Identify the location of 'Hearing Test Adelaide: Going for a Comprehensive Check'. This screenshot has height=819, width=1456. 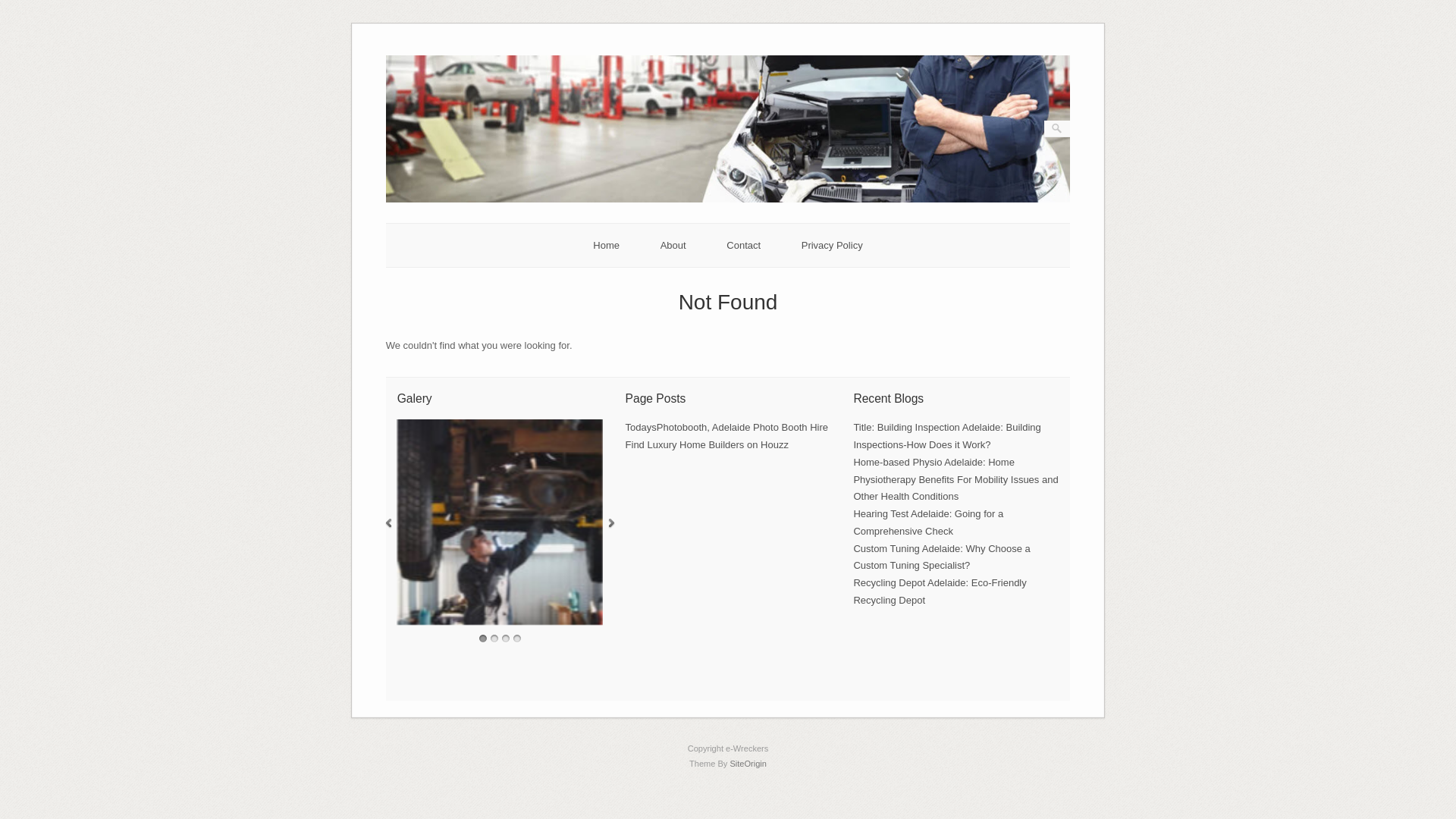
(927, 522).